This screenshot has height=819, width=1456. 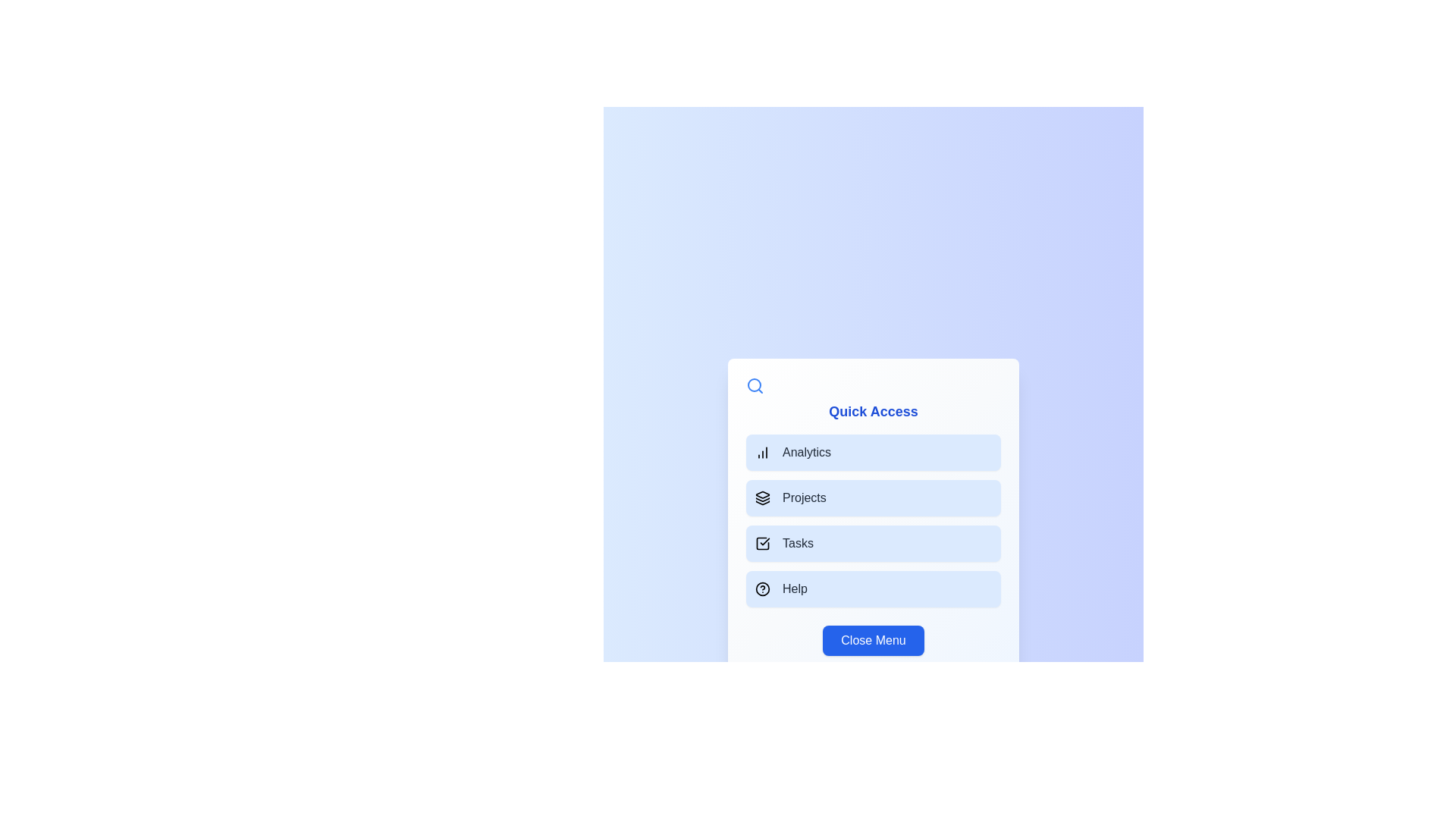 What do you see at coordinates (874, 640) in the screenshot?
I see `the 'Close Menu' button to hide the menu` at bounding box center [874, 640].